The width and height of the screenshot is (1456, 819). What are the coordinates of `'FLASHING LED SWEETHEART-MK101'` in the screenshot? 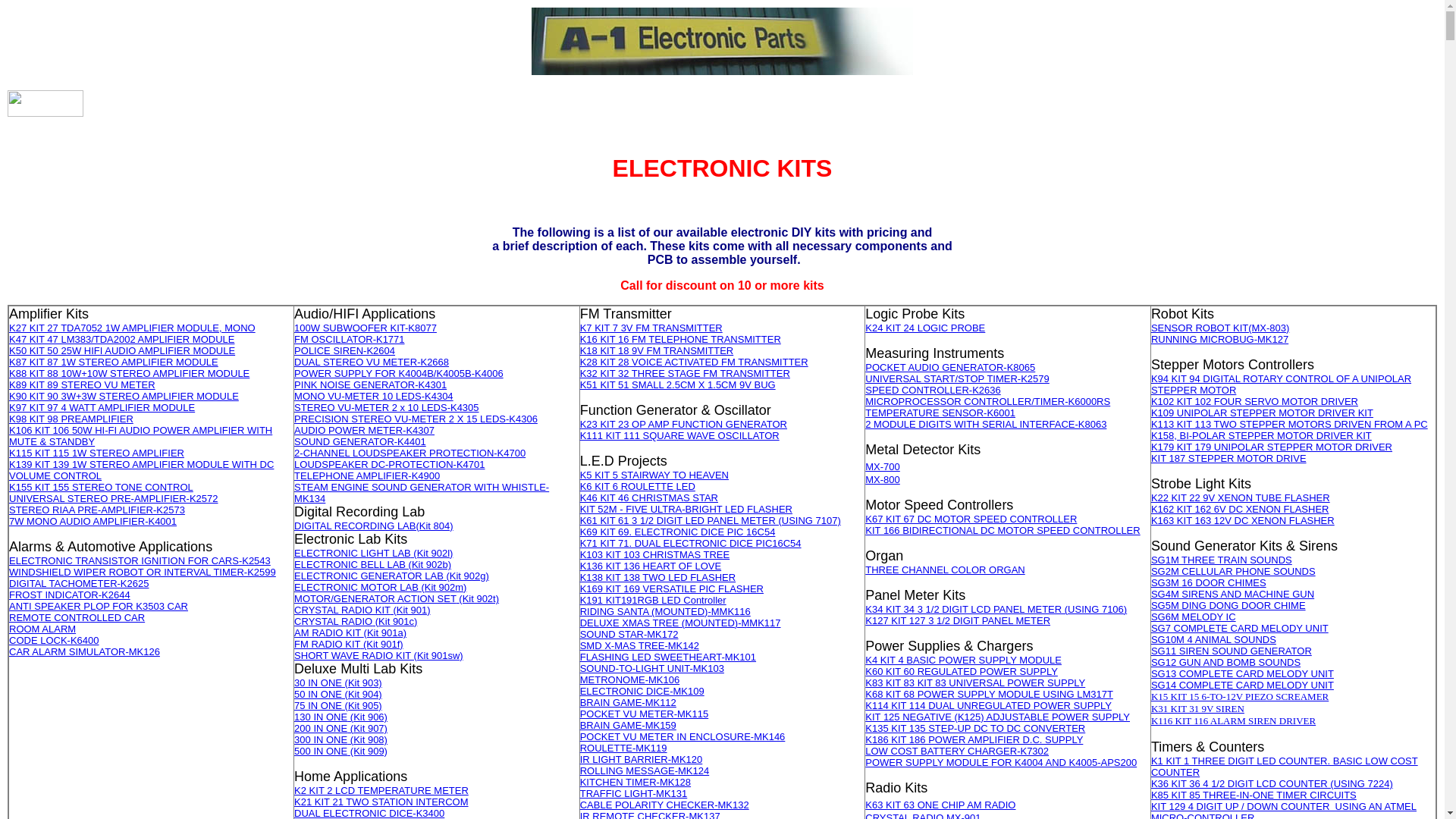 It's located at (667, 656).